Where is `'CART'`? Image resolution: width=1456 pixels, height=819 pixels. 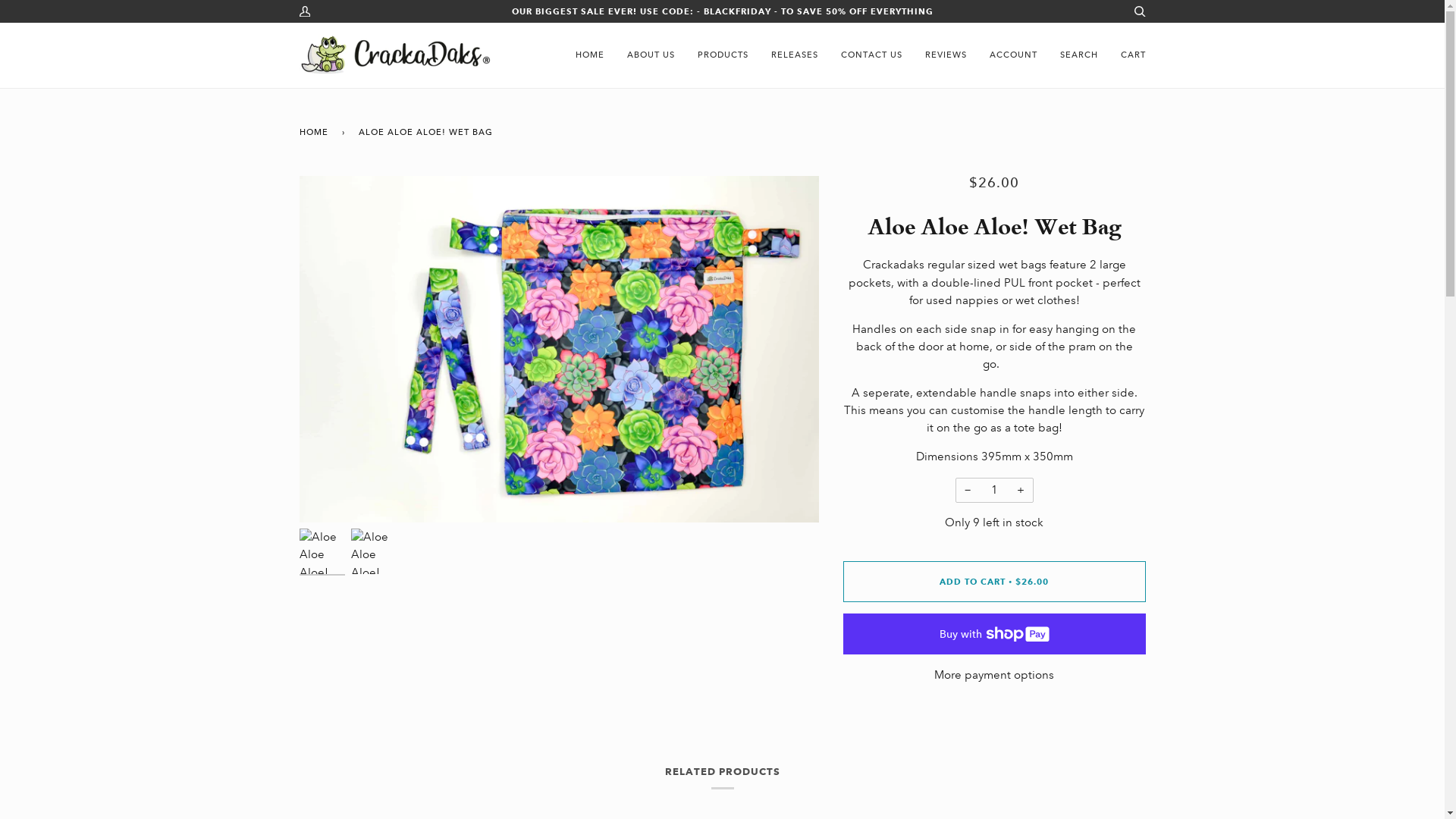
'CART' is located at coordinates (1132, 55).